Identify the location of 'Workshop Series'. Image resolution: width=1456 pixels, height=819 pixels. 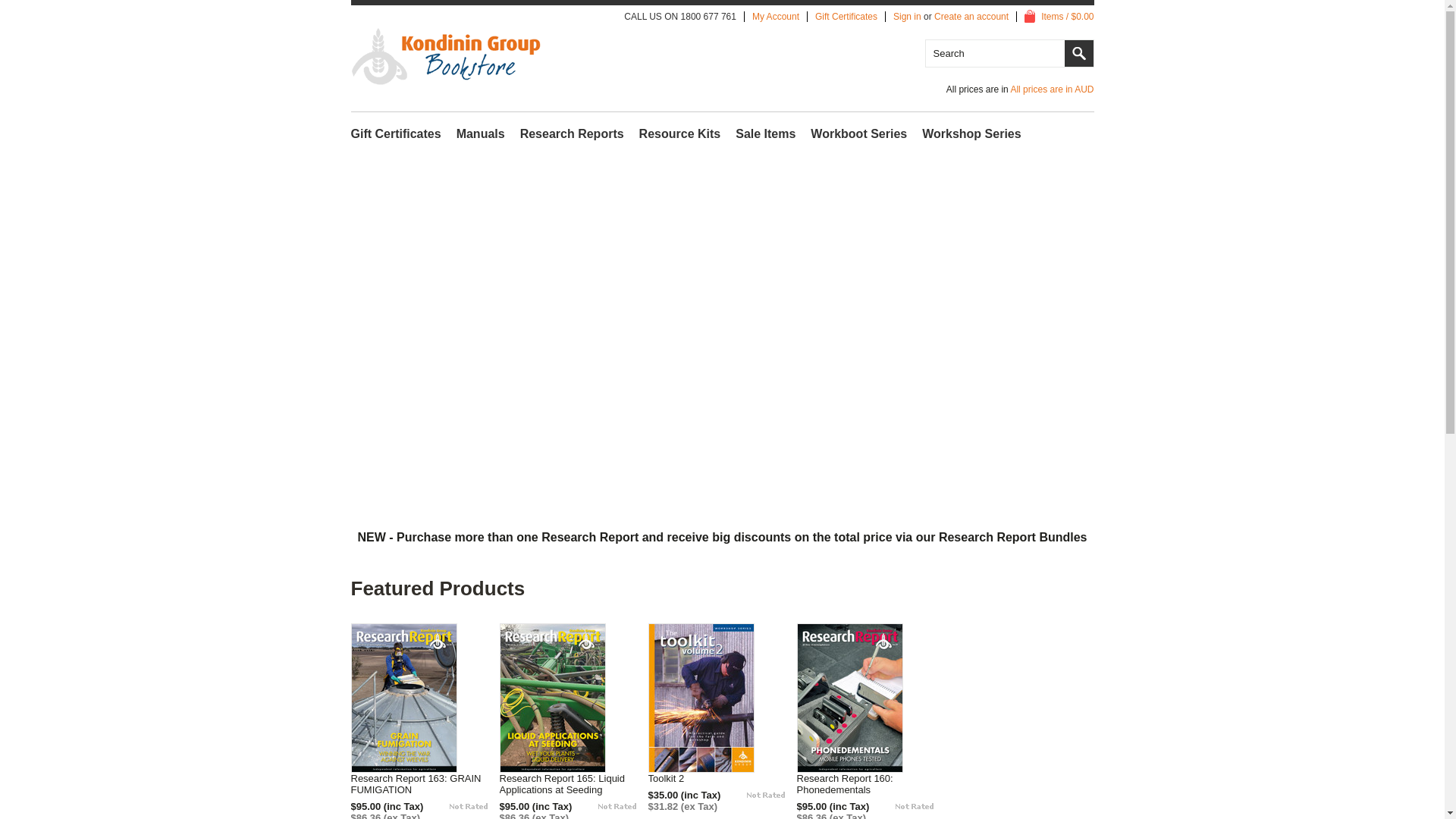
(971, 133).